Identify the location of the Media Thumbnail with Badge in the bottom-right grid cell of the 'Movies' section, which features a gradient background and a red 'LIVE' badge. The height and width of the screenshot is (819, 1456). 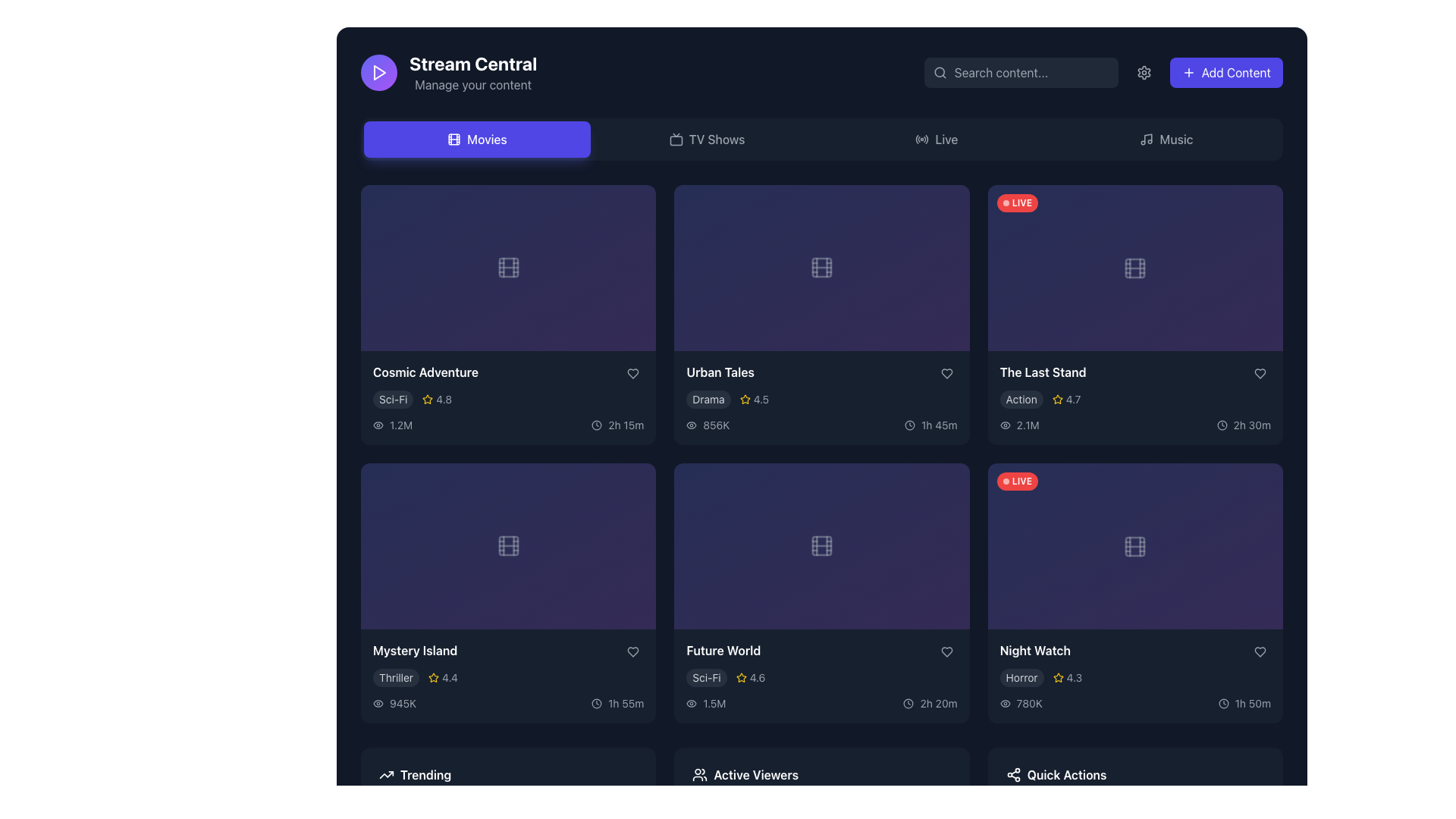
(1135, 546).